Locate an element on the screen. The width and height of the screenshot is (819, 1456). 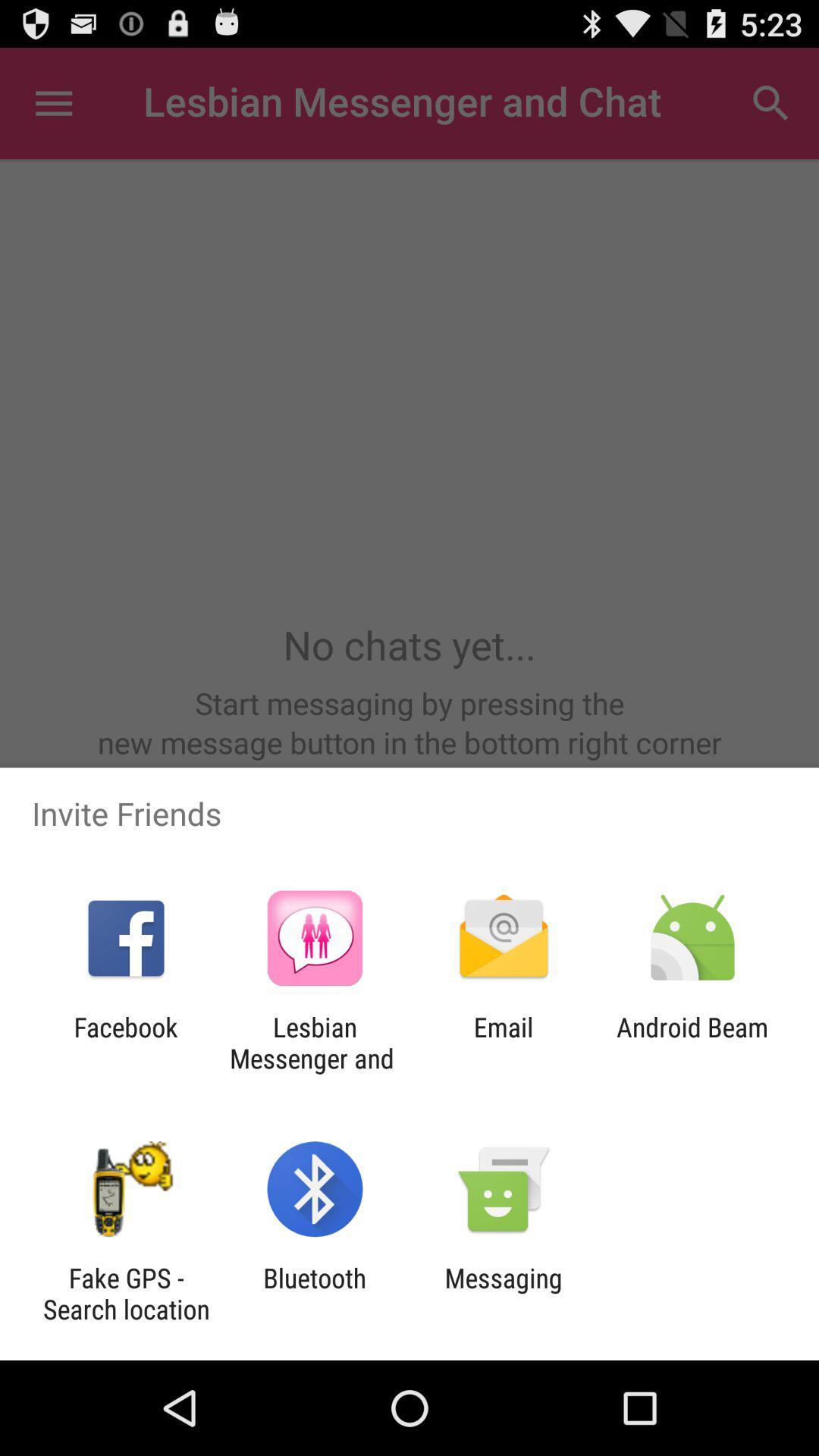
app to the right of fake gps search item is located at coordinates (314, 1293).